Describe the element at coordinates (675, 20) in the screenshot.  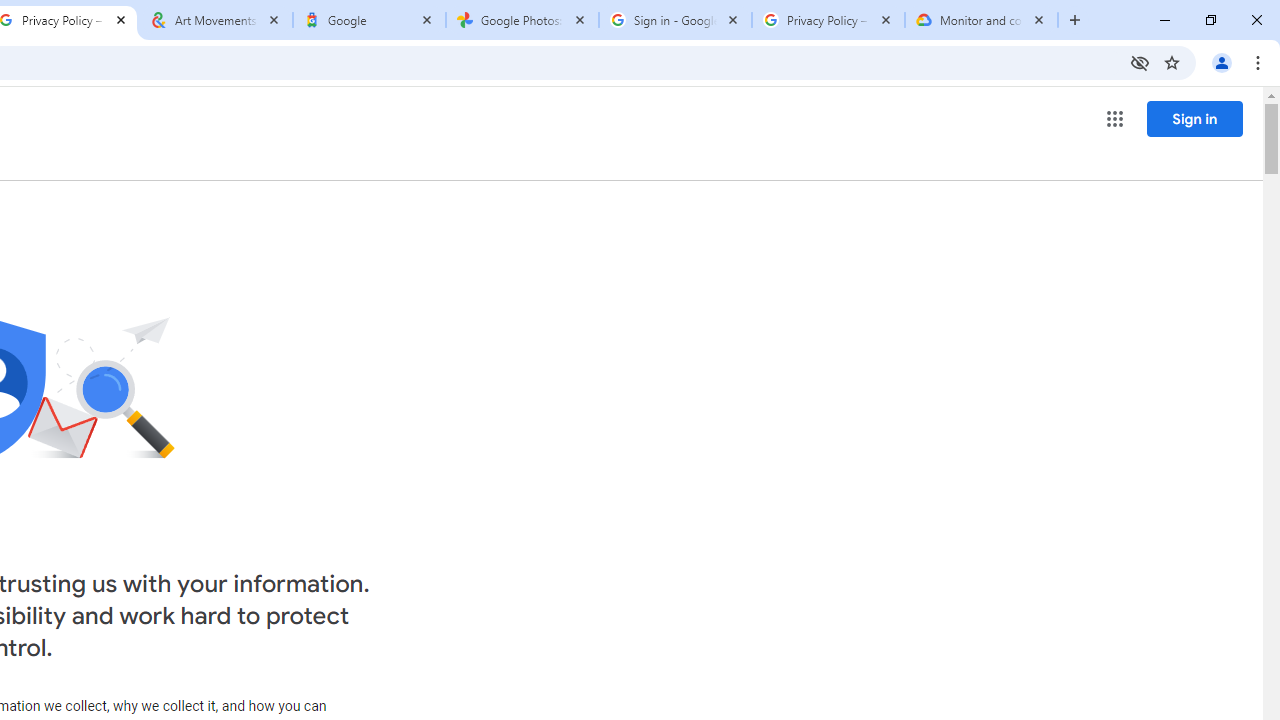
I see `'Sign in - Google Accounts'` at that location.